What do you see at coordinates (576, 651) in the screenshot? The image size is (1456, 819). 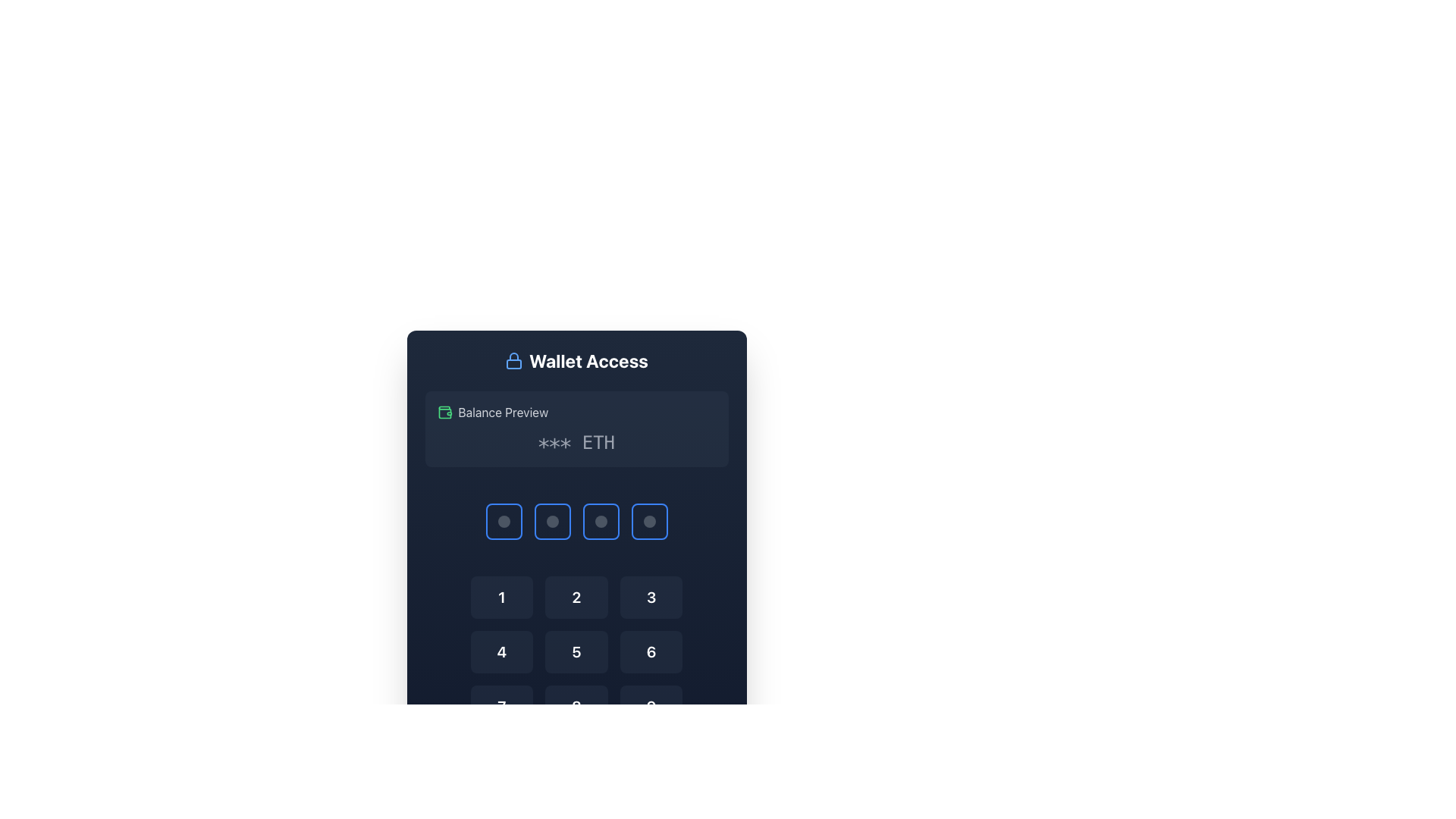 I see `the button labeled '5', which is a rectangular button with a dark blue background and white text, located in the second column of the second row of a grid layout` at bounding box center [576, 651].